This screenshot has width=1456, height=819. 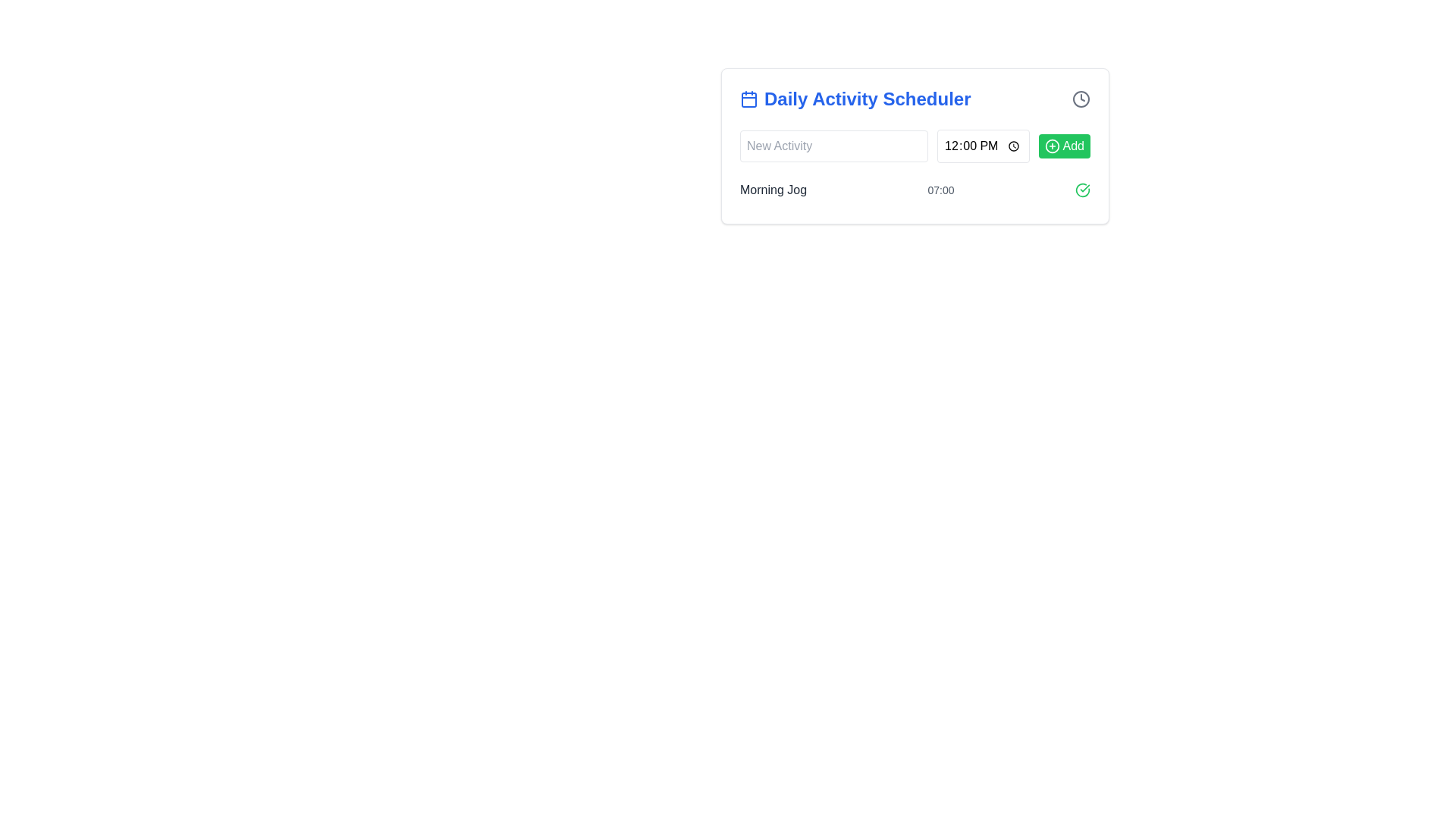 I want to click on the circular icon inside the green 'Add' button located on the right-hand side of the interface, next to the time input field, so click(x=1051, y=146).